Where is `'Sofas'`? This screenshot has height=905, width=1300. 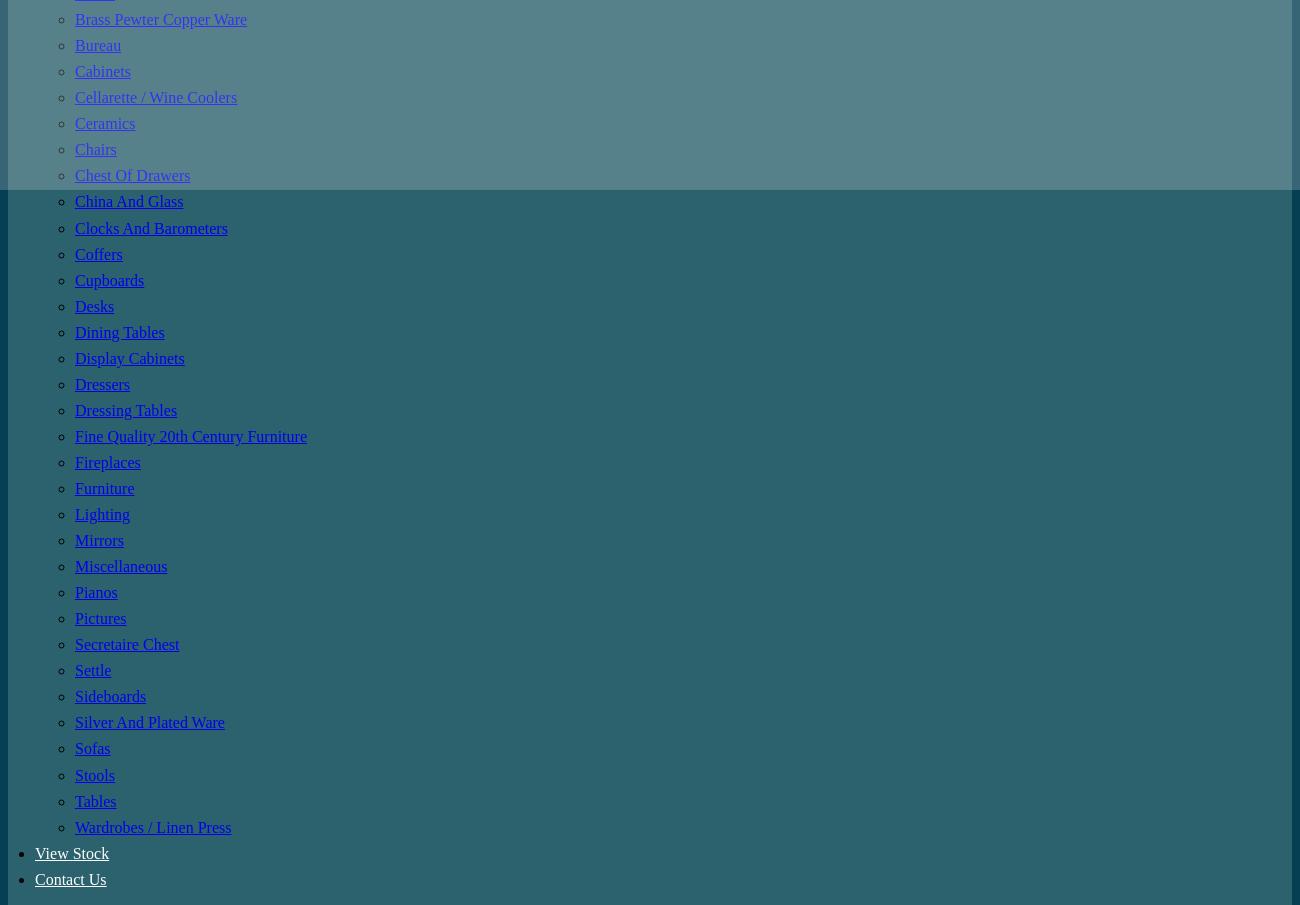 'Sofas' is located at coordinates (92, 747).